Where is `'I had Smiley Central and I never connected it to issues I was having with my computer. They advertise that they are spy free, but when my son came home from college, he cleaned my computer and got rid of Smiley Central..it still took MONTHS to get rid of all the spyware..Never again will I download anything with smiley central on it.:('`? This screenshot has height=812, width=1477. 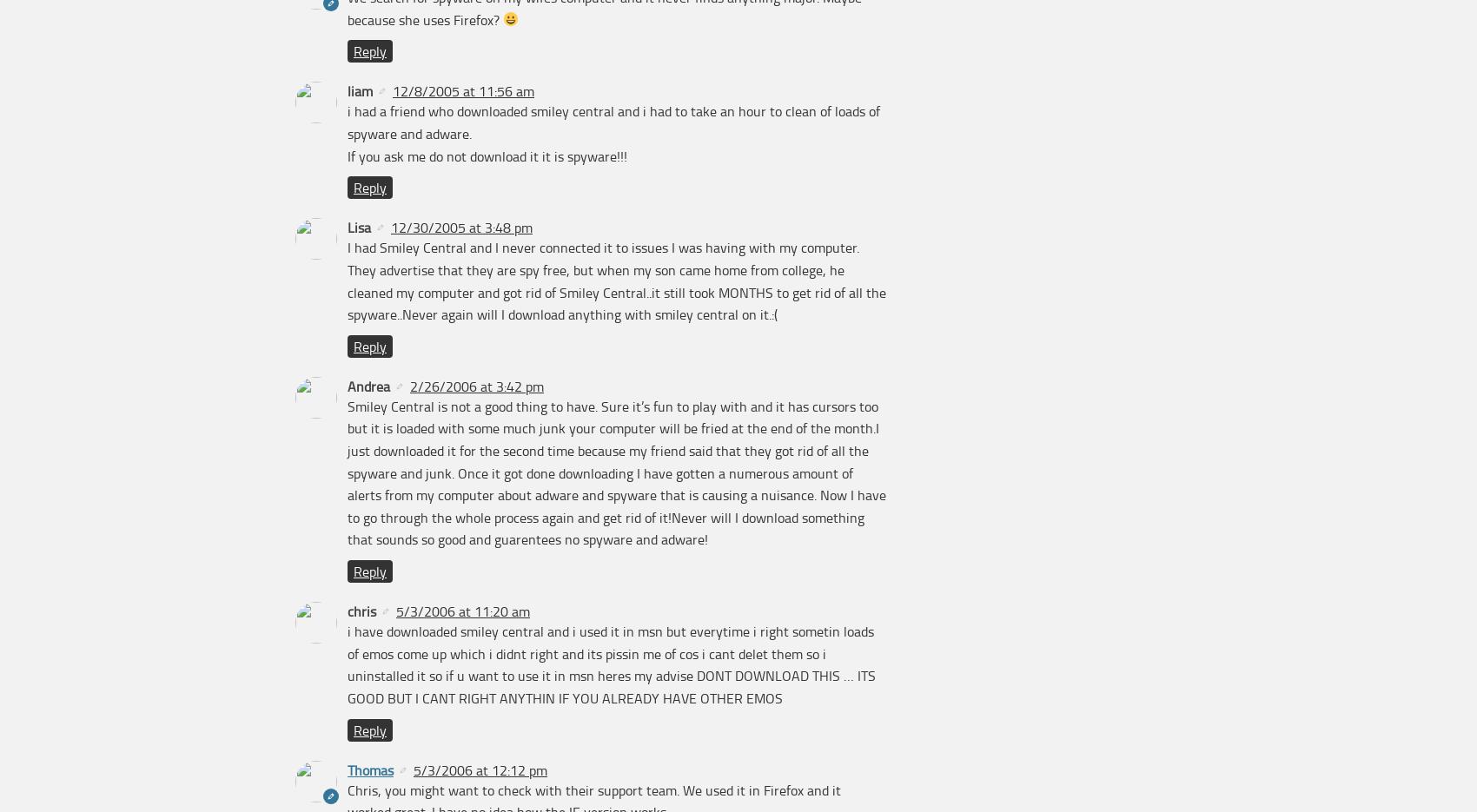 'I had Smiley Central and I never connected it to issues I was having with my computer. They advertise that they are spy free, but when my son came home from college, he cleaned my computer and got rid of Smiley Central..it still took MONTHS to get rid of all the spyware..Never again will I download anything with smiley central on it.:(' is located at coordinates (616, 281).